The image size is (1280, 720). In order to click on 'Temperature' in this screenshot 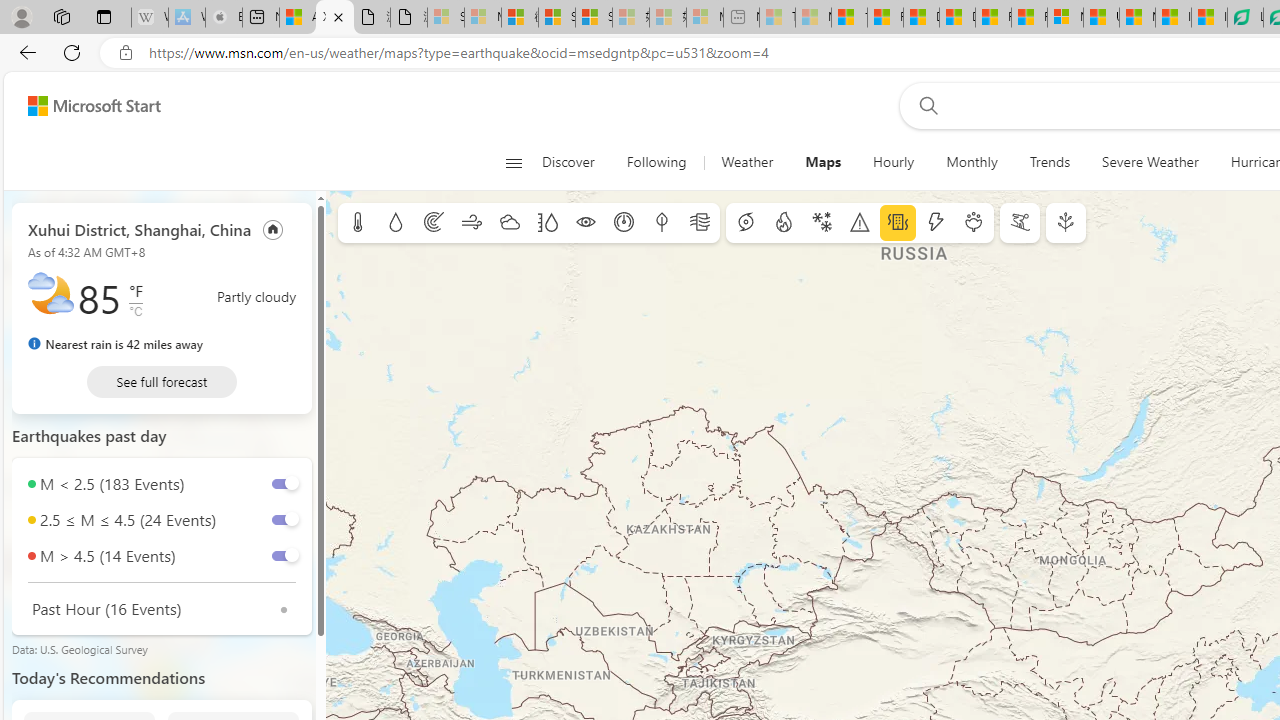, I will do `click(358, 223)`.